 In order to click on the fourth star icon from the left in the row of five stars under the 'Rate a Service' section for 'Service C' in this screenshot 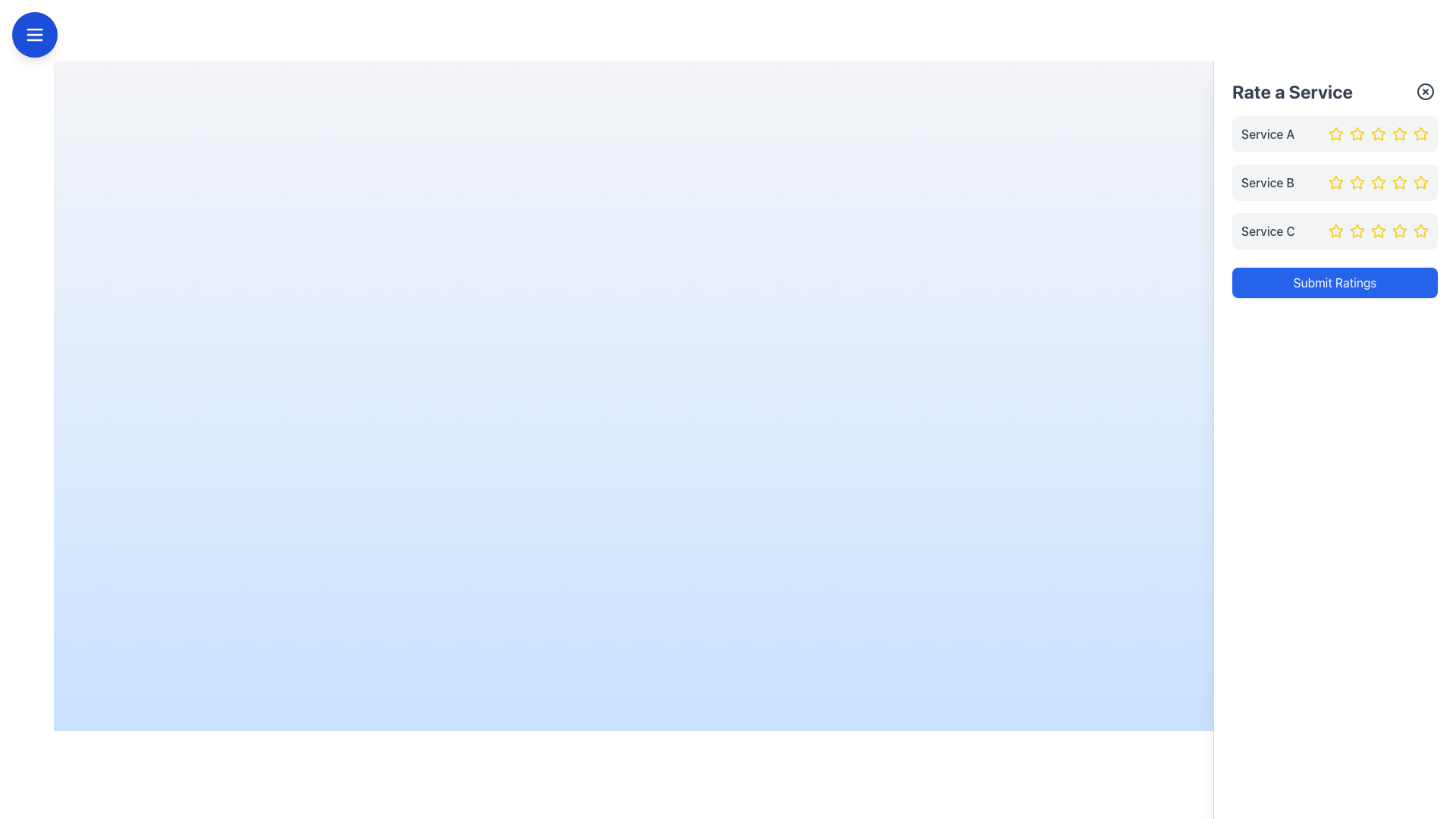, I will do `click(1379, 231)`.